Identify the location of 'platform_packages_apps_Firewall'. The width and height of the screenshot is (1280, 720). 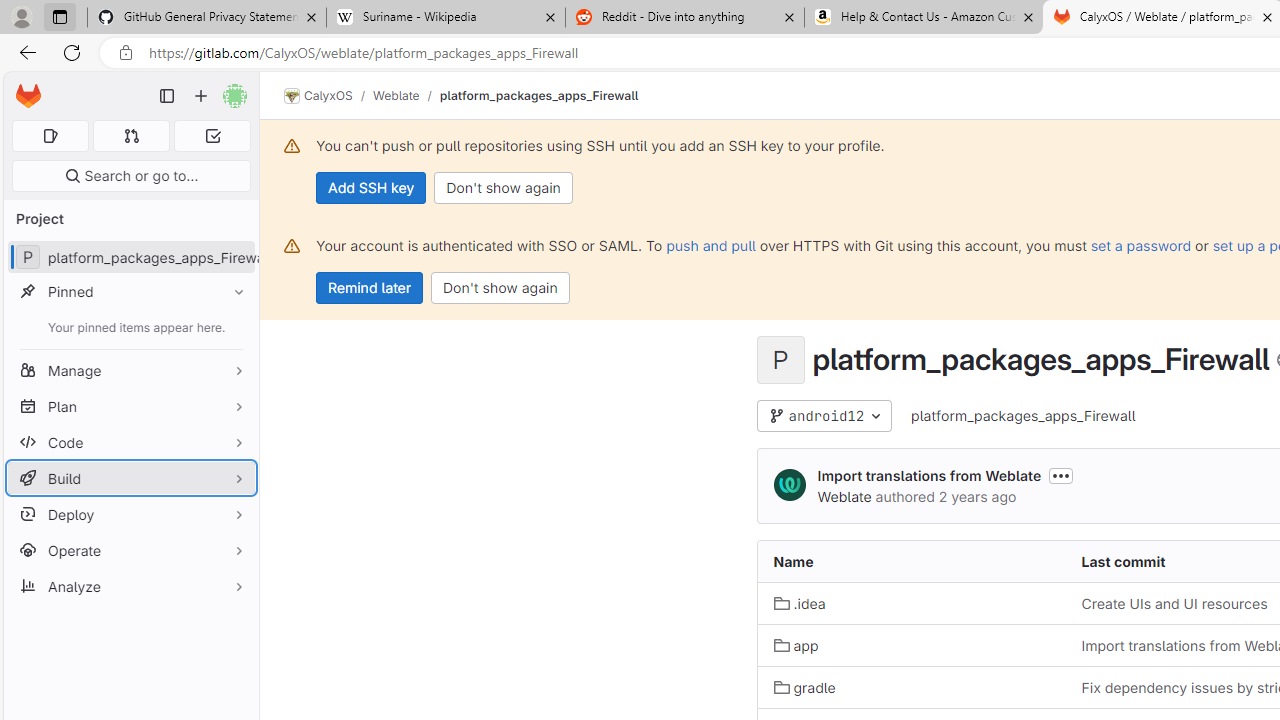
(1024, 414).